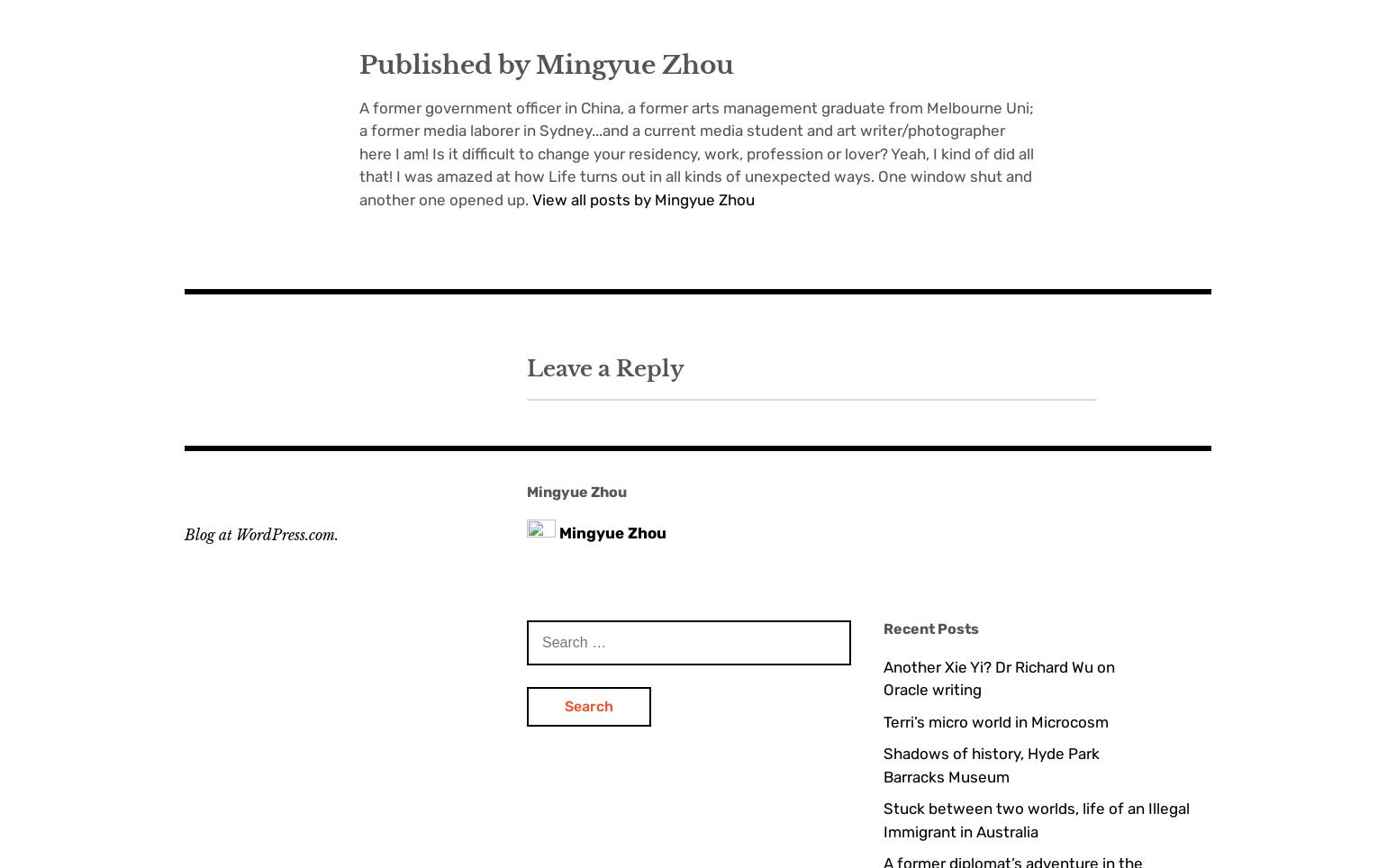  Describe the element at coordinates (184, 532) in the screenshot. I see `'Blog at WordPress.com.'` at that location.